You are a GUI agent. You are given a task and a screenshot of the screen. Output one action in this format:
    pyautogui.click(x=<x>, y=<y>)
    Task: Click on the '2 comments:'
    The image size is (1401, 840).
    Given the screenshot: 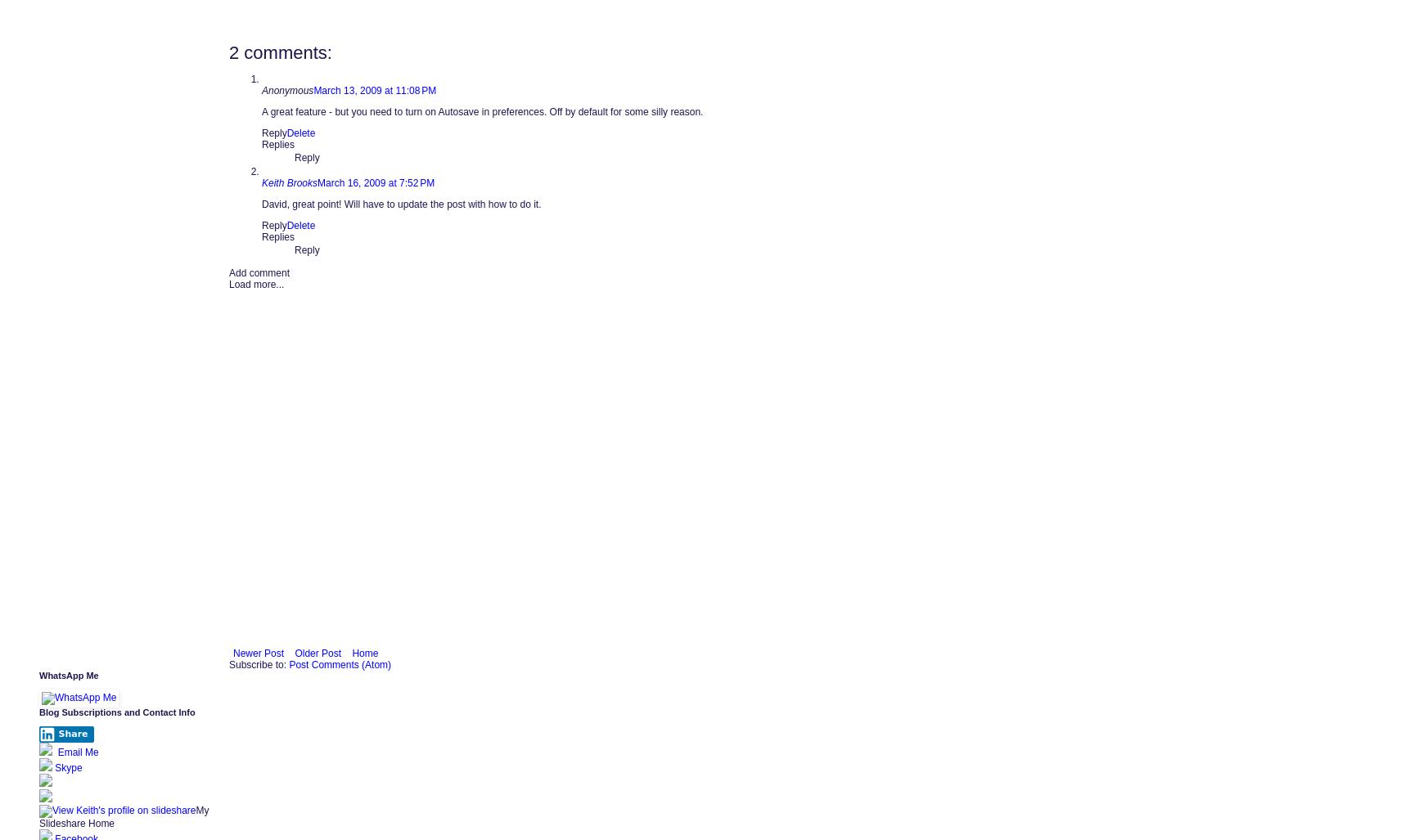 What is the action you would take?
    pyautogui.click(x=280, y=52)
    